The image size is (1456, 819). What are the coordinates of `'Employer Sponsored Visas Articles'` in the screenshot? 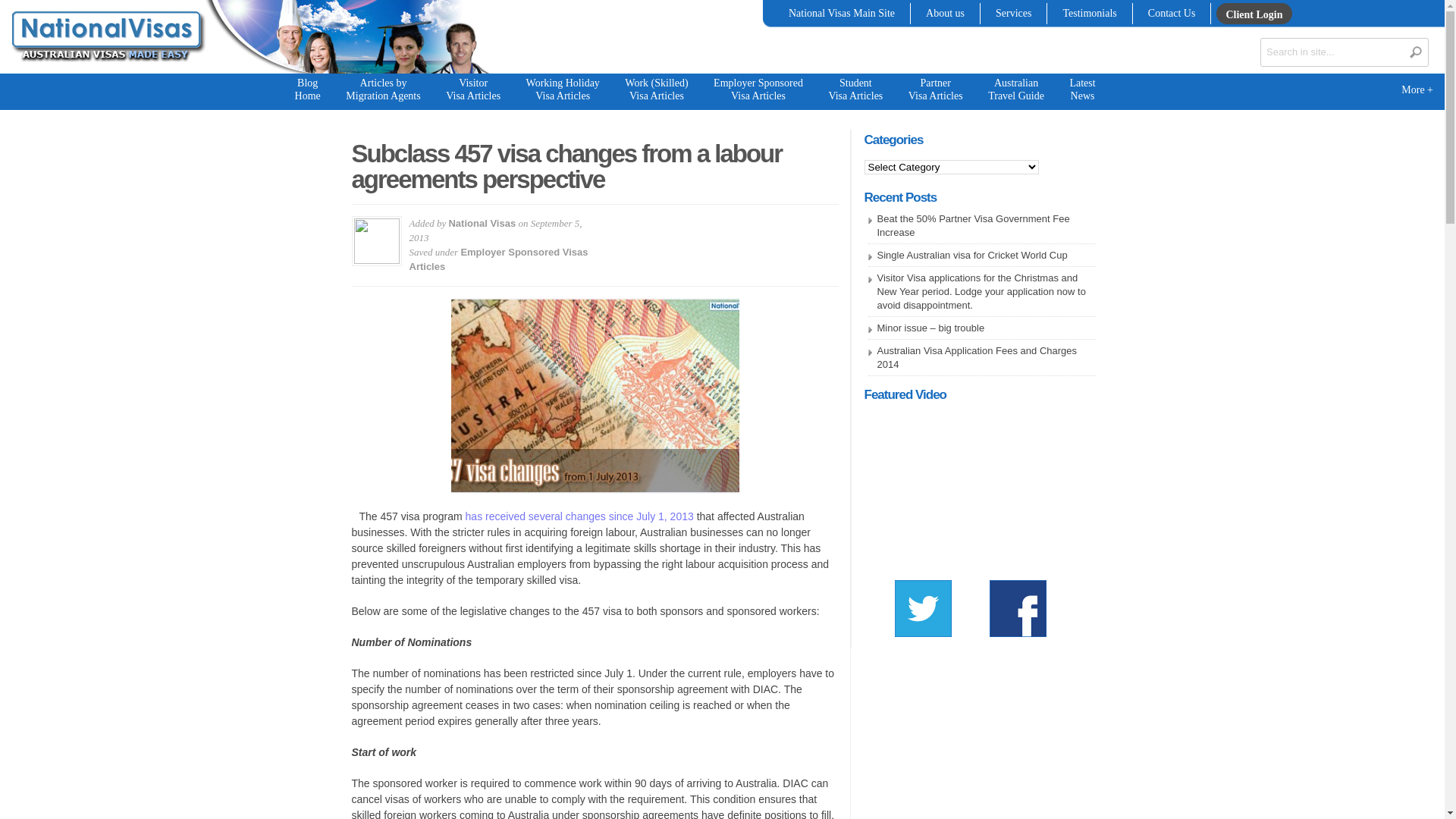 It's located at (498, 259).